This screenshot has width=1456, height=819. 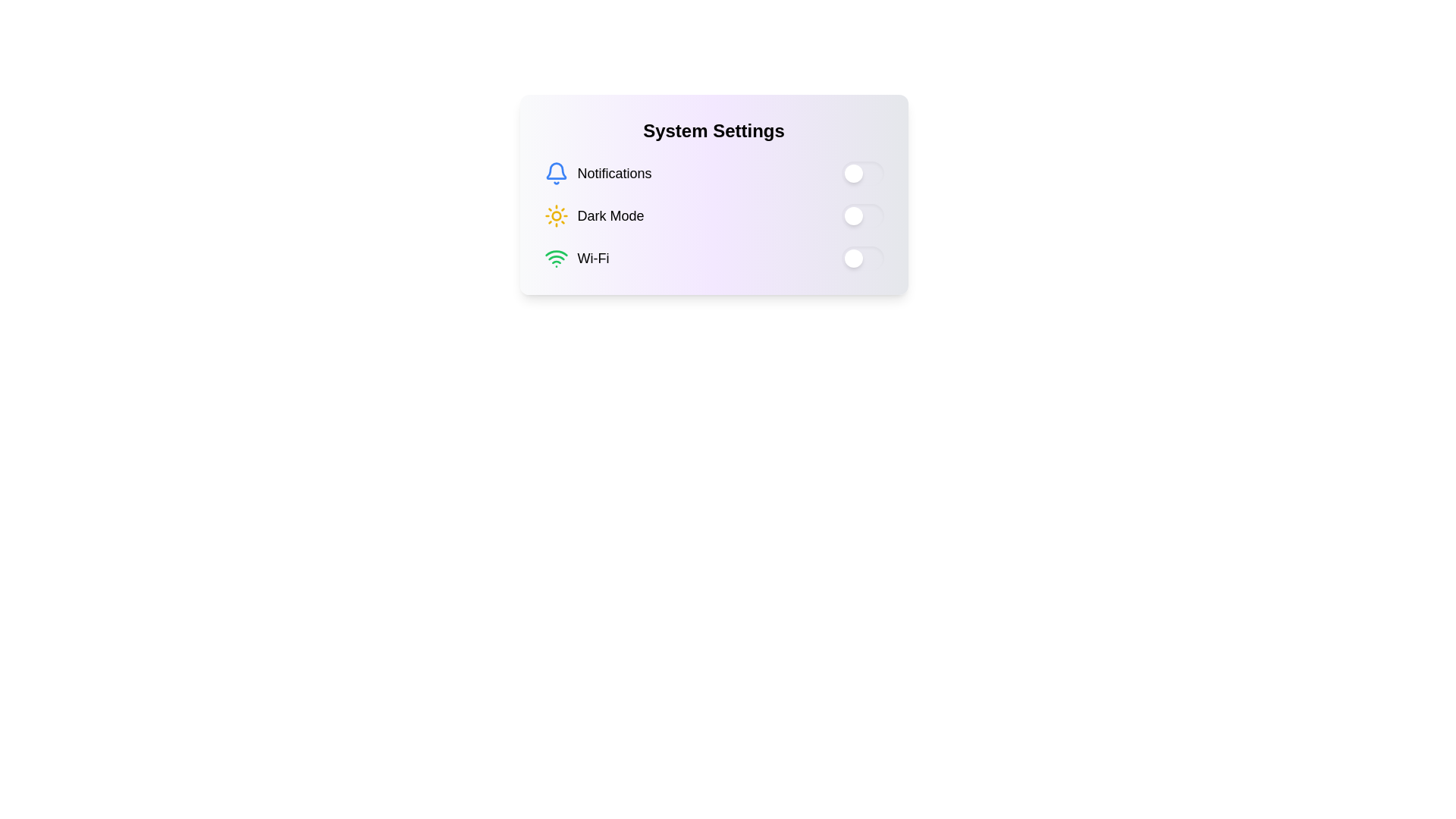 What do you see at coordinates (862, 257) in the screenshot?
I see `the toggle switch located to the far right of the 'Wi-Fi' row in the 'System Settings' section` at bounding box center [862, 257].